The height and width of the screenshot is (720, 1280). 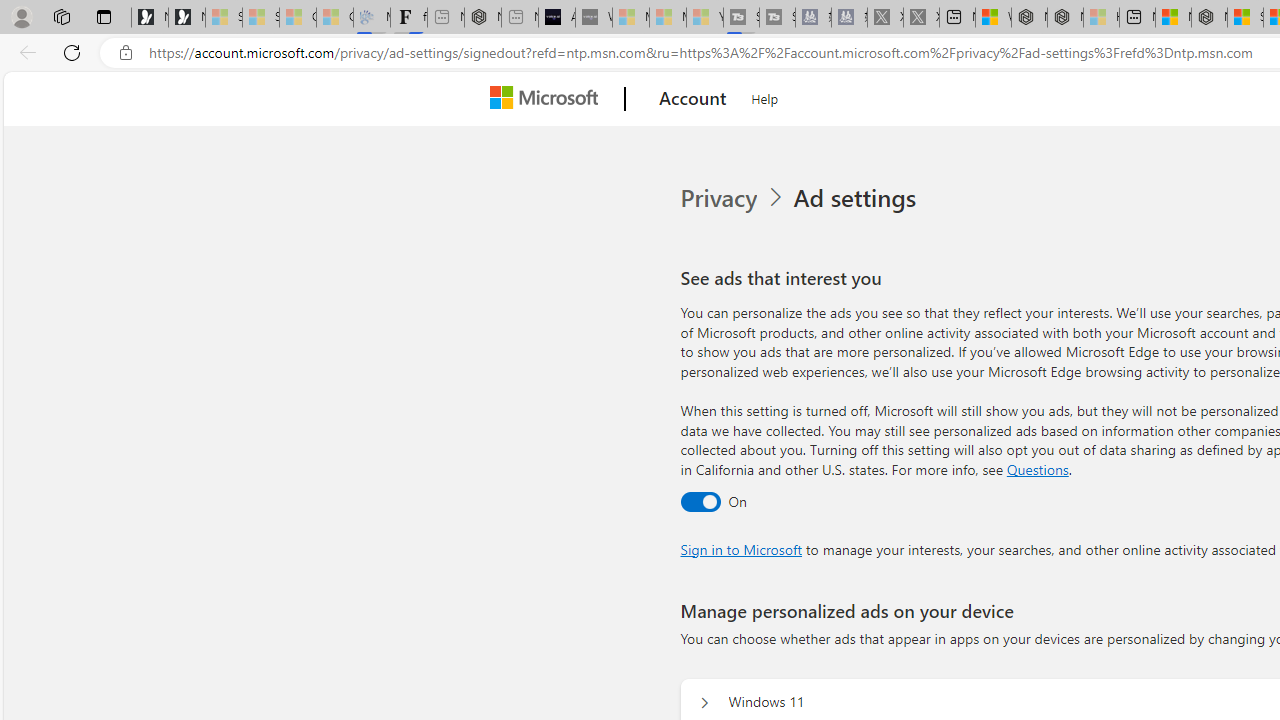 What do you see at coordinates (740, 549) in the screenshot?
I see `'Sign in to Microsoft'` at bounding box center [740, 549].